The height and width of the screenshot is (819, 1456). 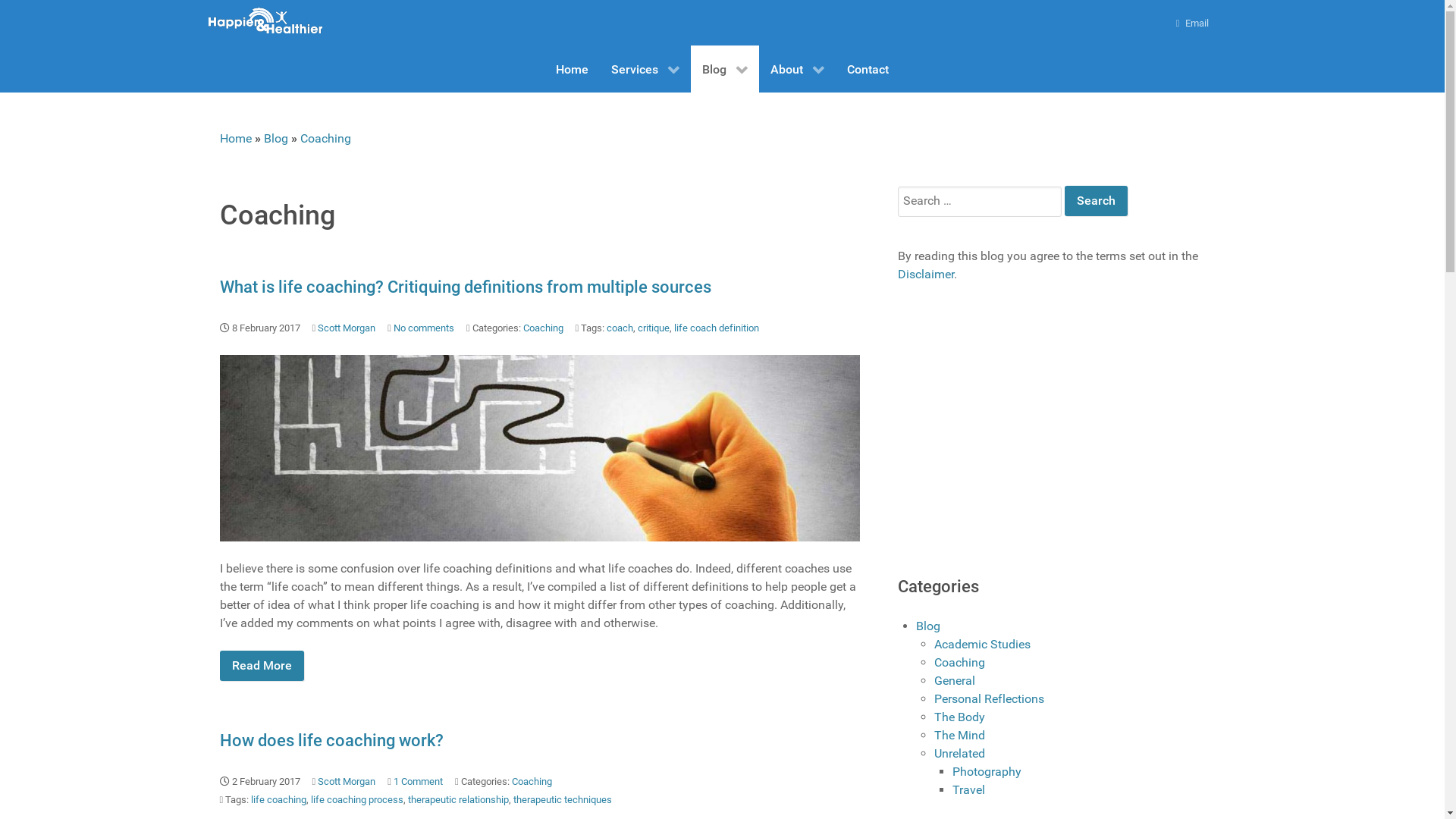 What do you see at coordinates (345, 781) in the screenshot?
I see `'Scott Morgan'` at bounding box center [345, 781].